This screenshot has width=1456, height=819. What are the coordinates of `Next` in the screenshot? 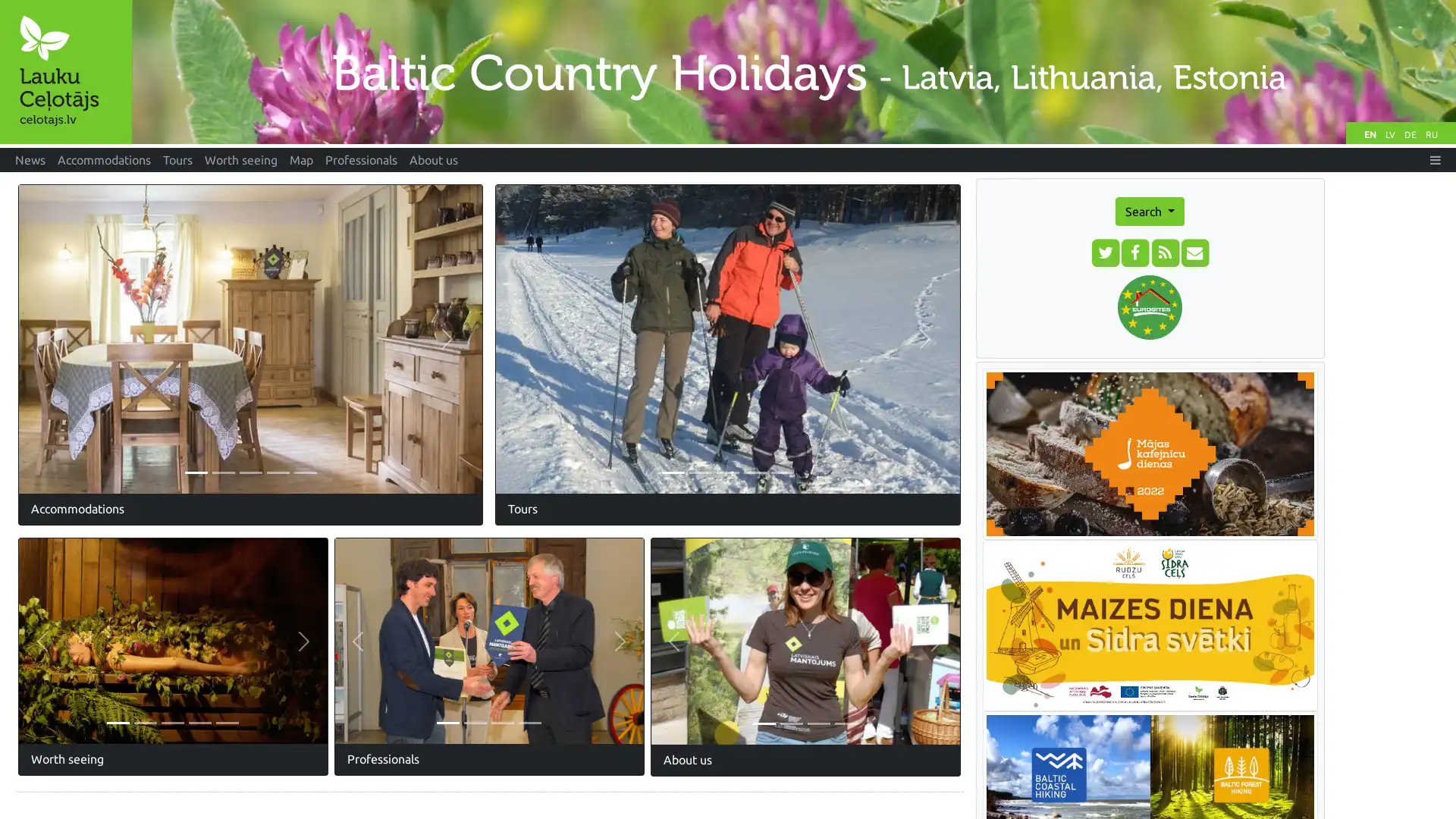 It's located at (303, 641).